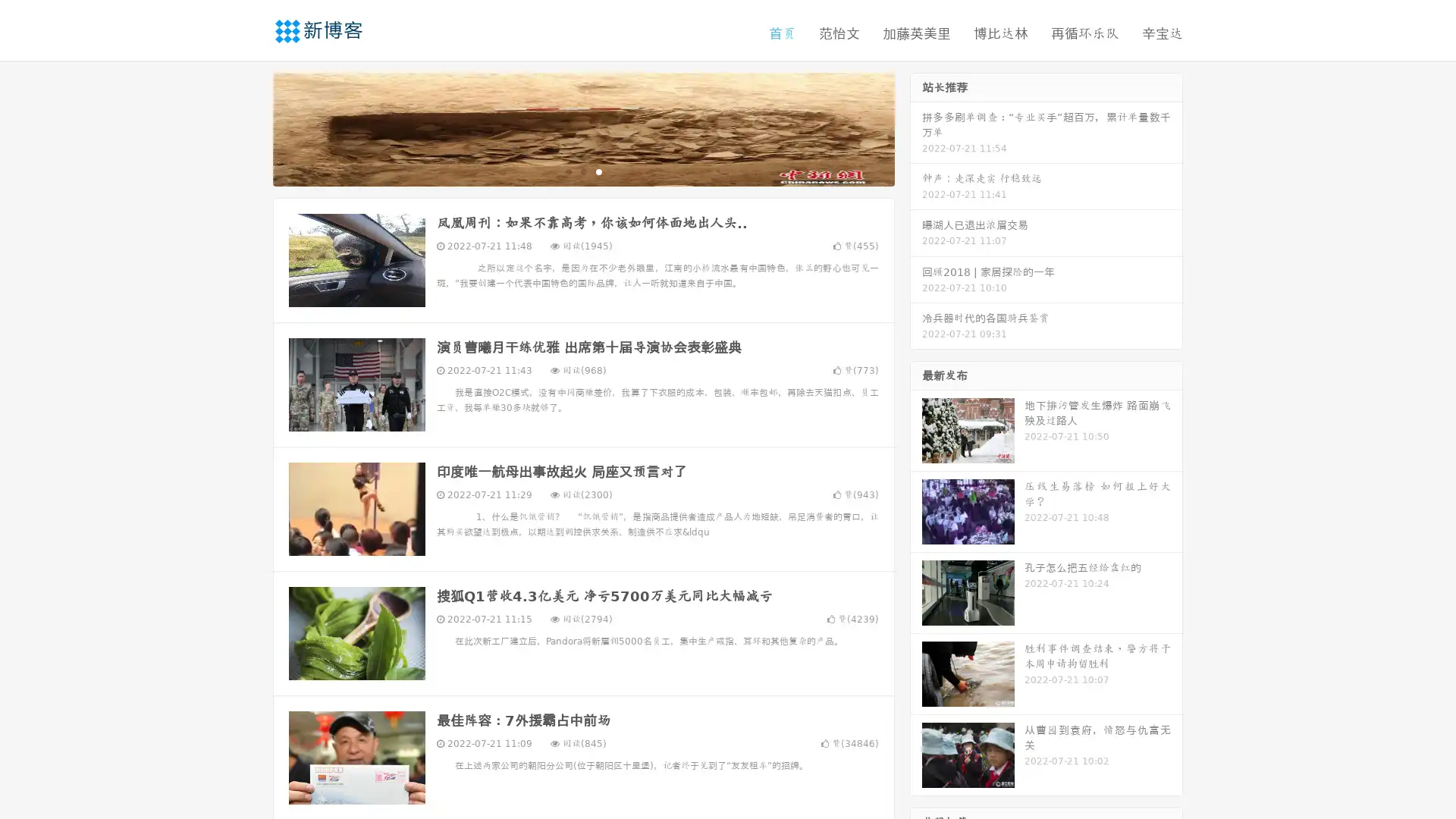  I want to click on Go to slide 1, so click(567, 171).